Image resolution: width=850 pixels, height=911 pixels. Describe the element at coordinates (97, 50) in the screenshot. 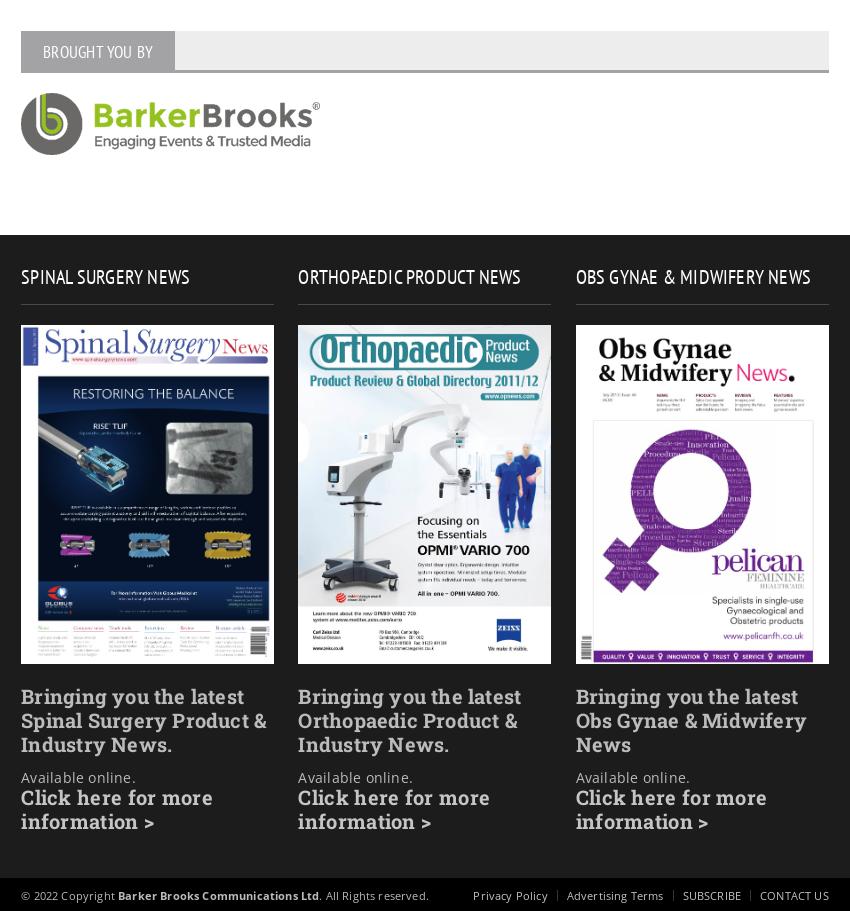

I see `'Brought you by'` at that location.